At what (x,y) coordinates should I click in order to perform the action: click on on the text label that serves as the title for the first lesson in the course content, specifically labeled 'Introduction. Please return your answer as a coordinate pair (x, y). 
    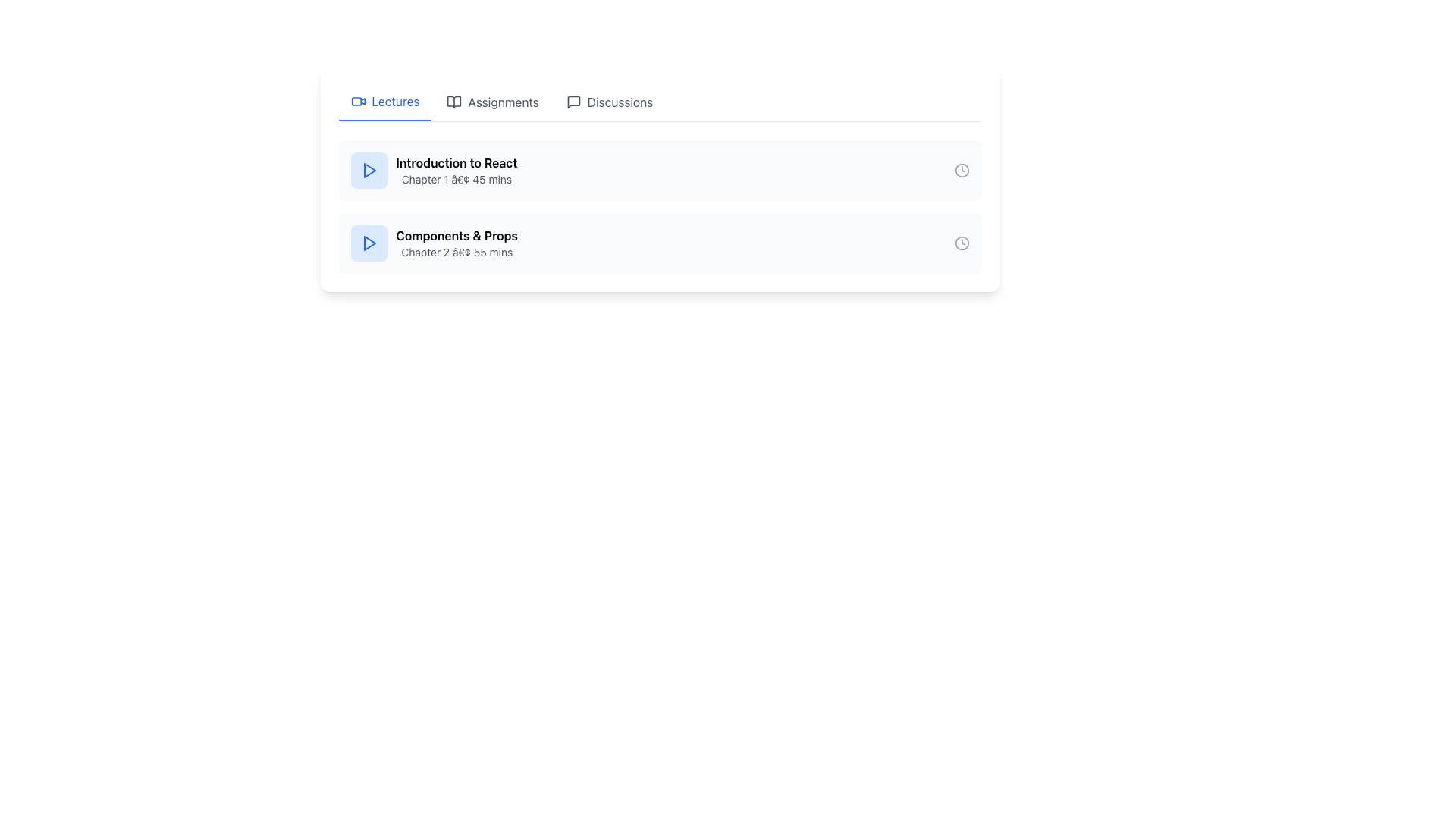
    Looking at the image, I should click on (456, 163).